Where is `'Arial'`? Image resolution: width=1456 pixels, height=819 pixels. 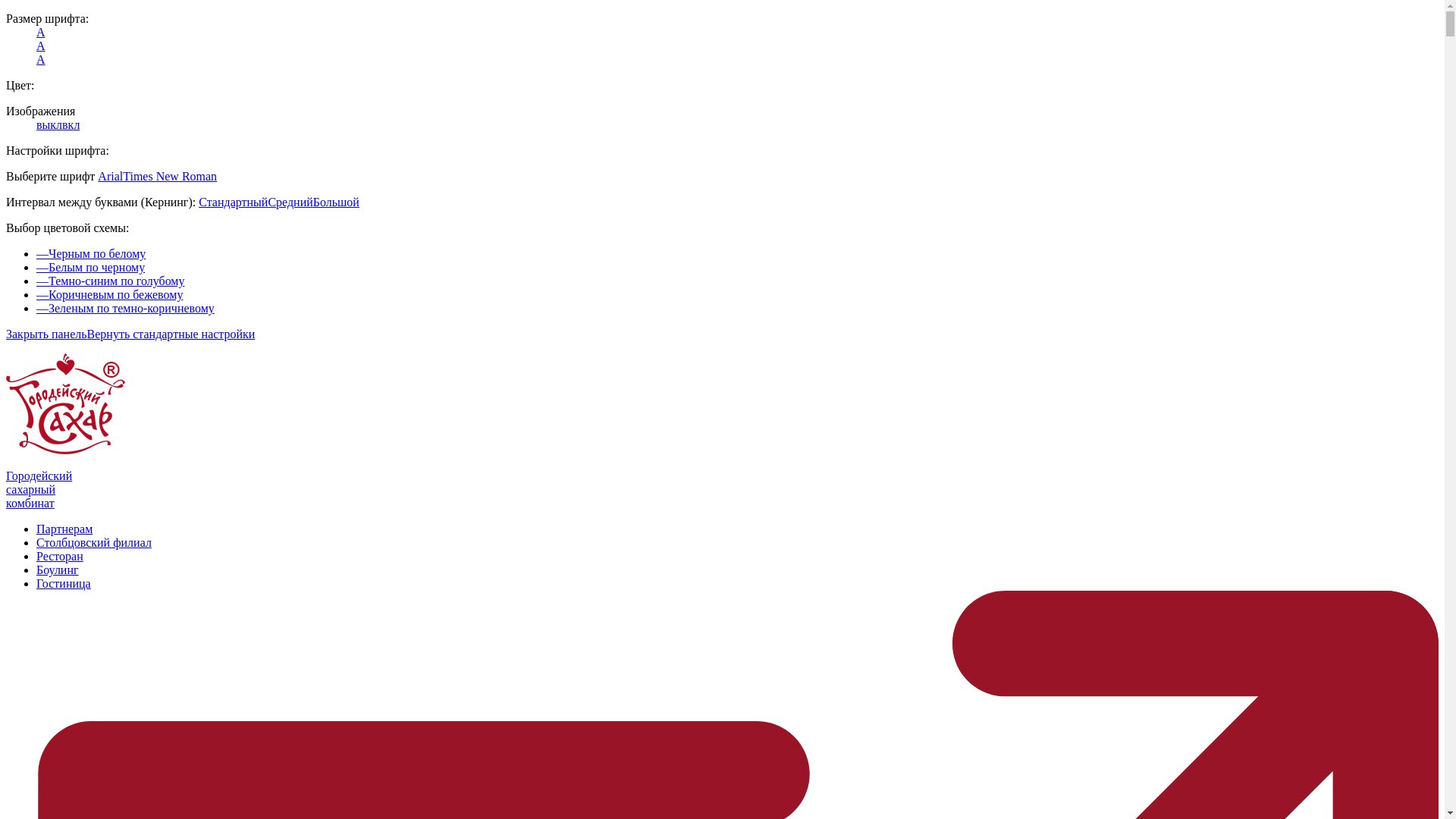
'Arial' is located at coordinates (109, 175).